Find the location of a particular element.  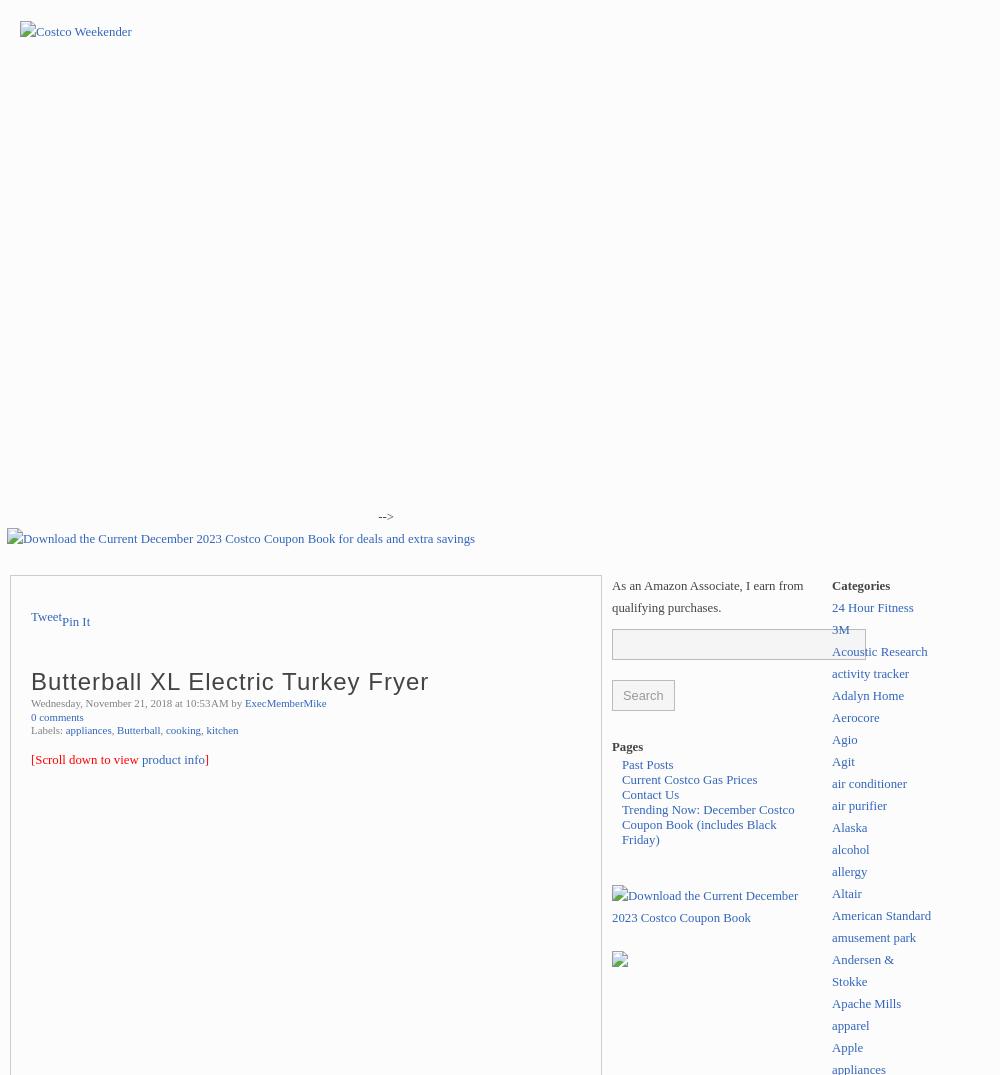

'Wednesday, November 21, 2018

       at 10:53 AM by' is located at coordinates (137, 702).